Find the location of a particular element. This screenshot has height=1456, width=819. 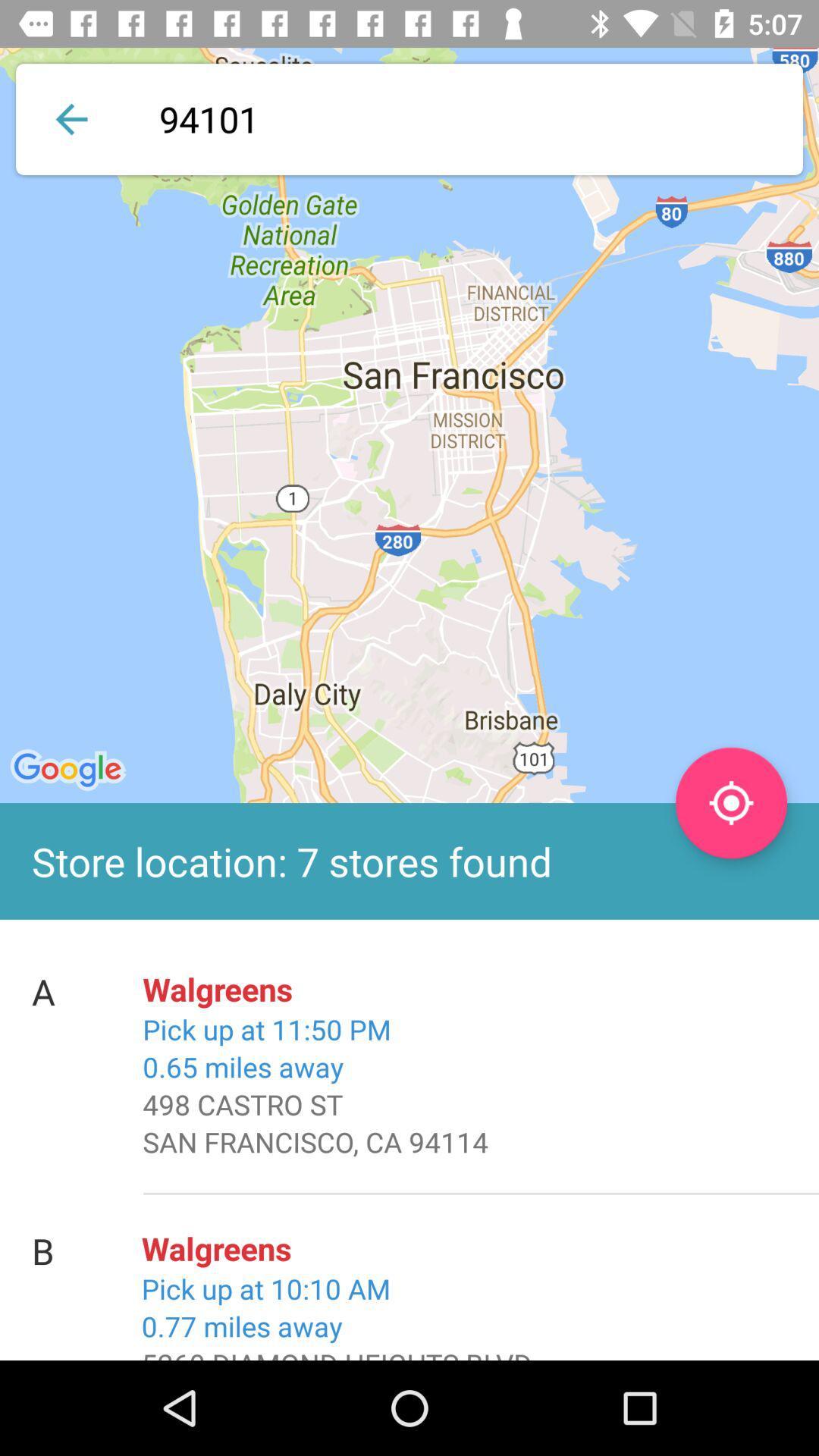

the location_crosshair icon is located at coordinates (730, 802).